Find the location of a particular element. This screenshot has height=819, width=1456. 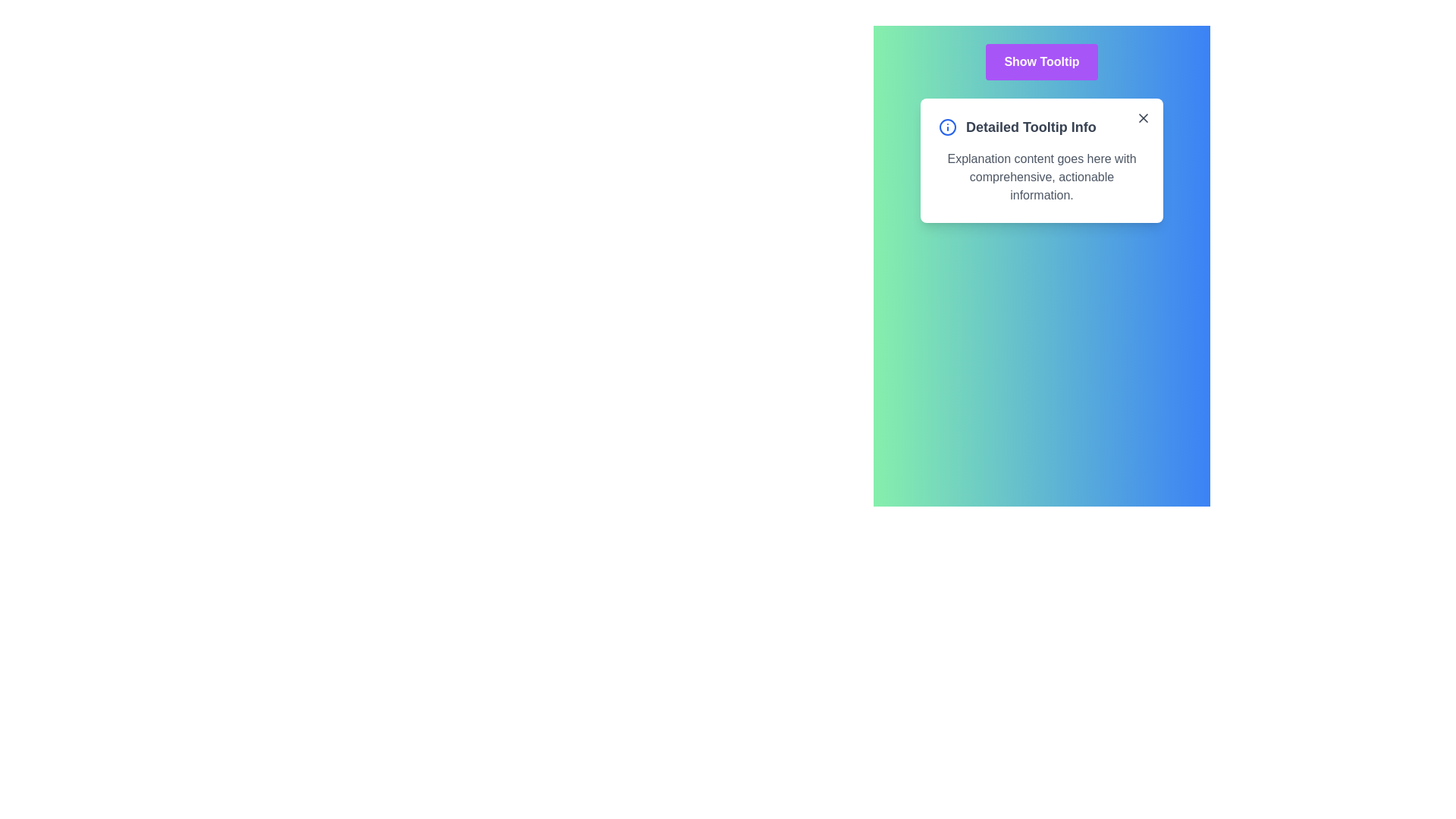

the small cross-shaped icon with a dark outline located in the top-right corner of the tooltip box is located at coordinates (1143, 117).